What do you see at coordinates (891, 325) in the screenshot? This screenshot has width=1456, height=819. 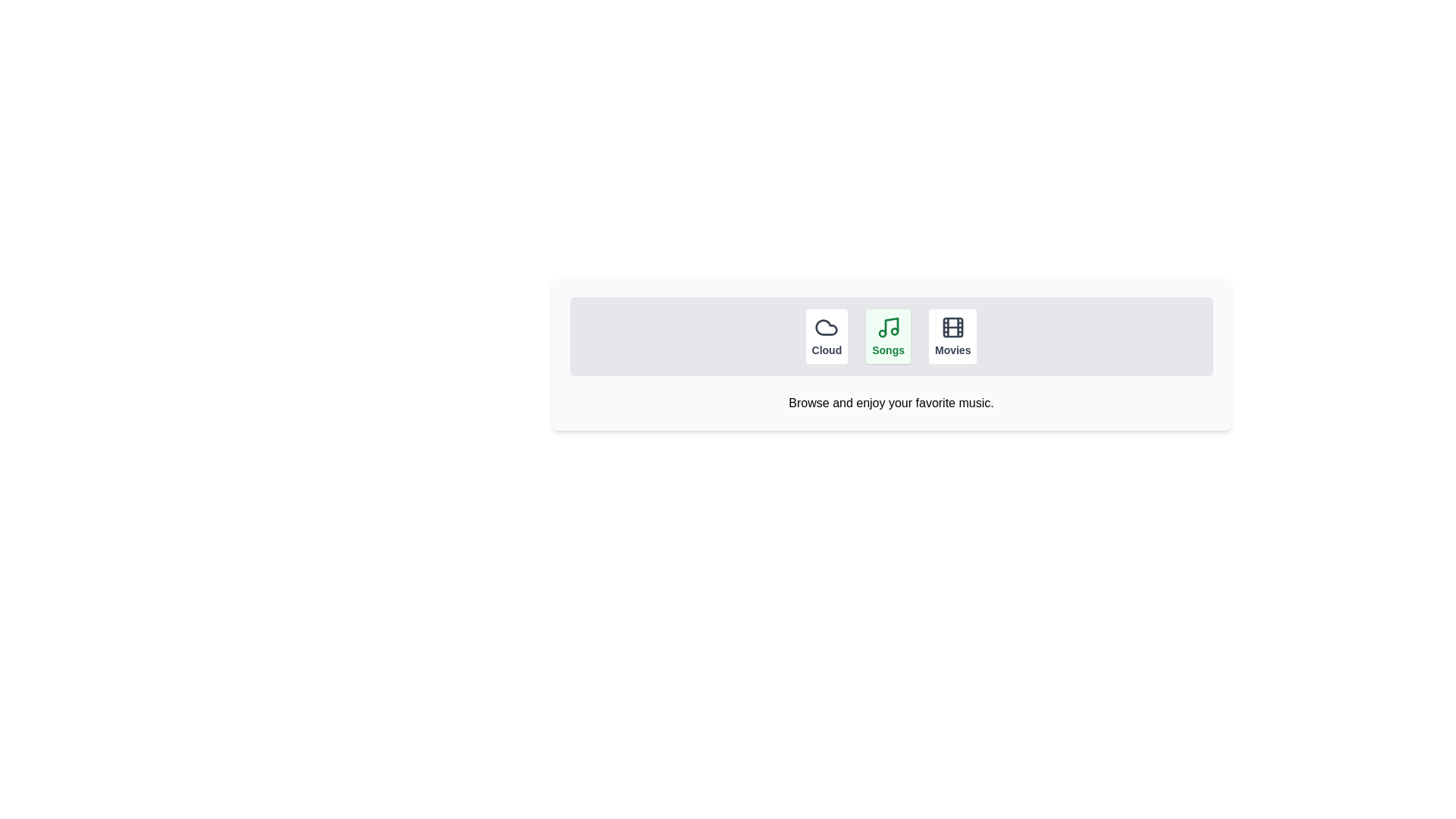 I see `the vertical line segment of the music note icon, which is part of the 'Songs' button among three options` at bounding box center [891, 325].